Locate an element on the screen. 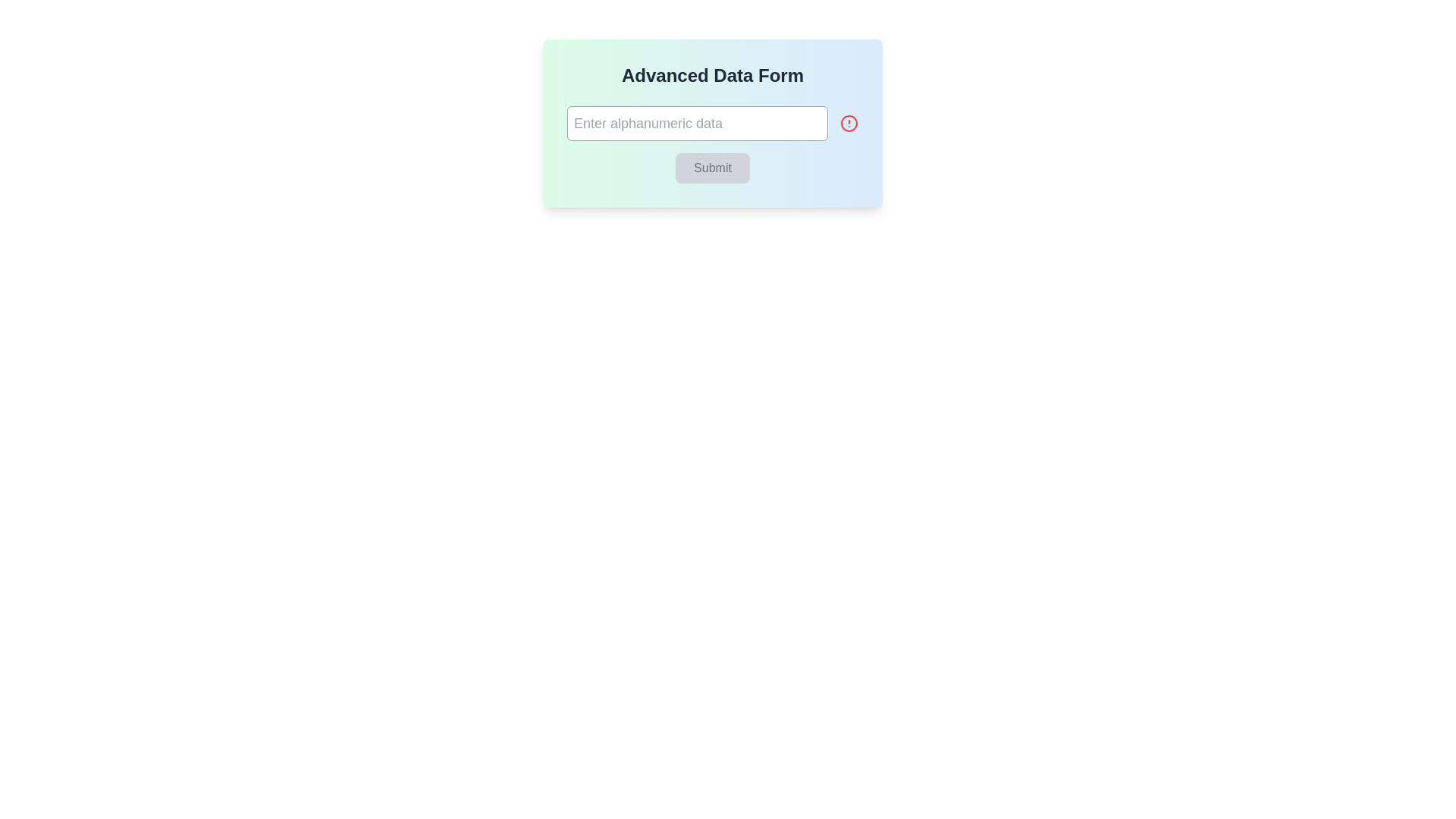  the submit button located at the bottom of the 'Advanced Data Form' section, directly underneath the input field labeled 'Enter alphanumeric data' is located at coordinates (712, 145).